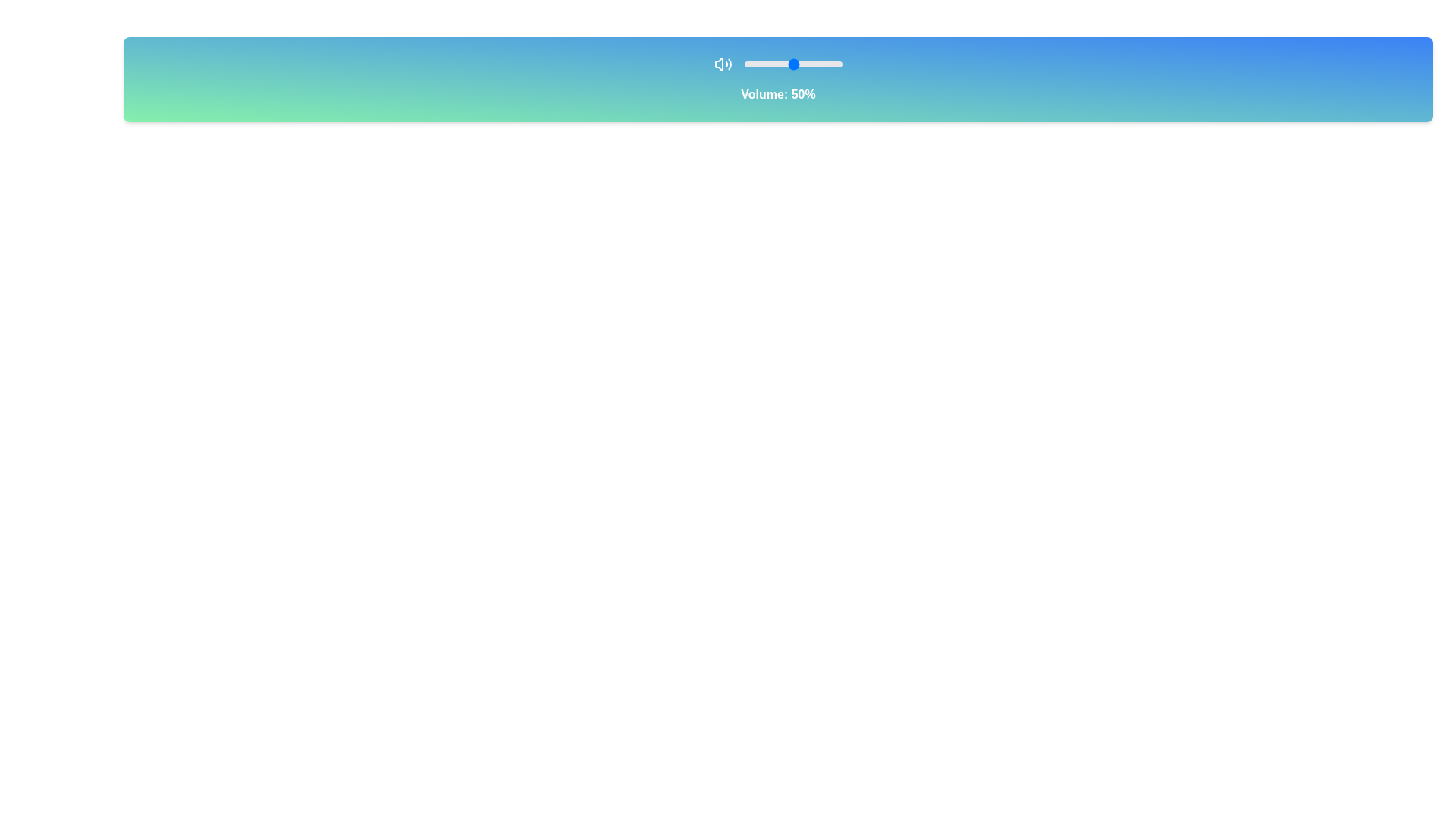 Image resolution: width=1456 pixels, height=819 pixels. Describe the element at coordinates (827, 63) in the screenshot. I see `the volume level on the slider` at that location.